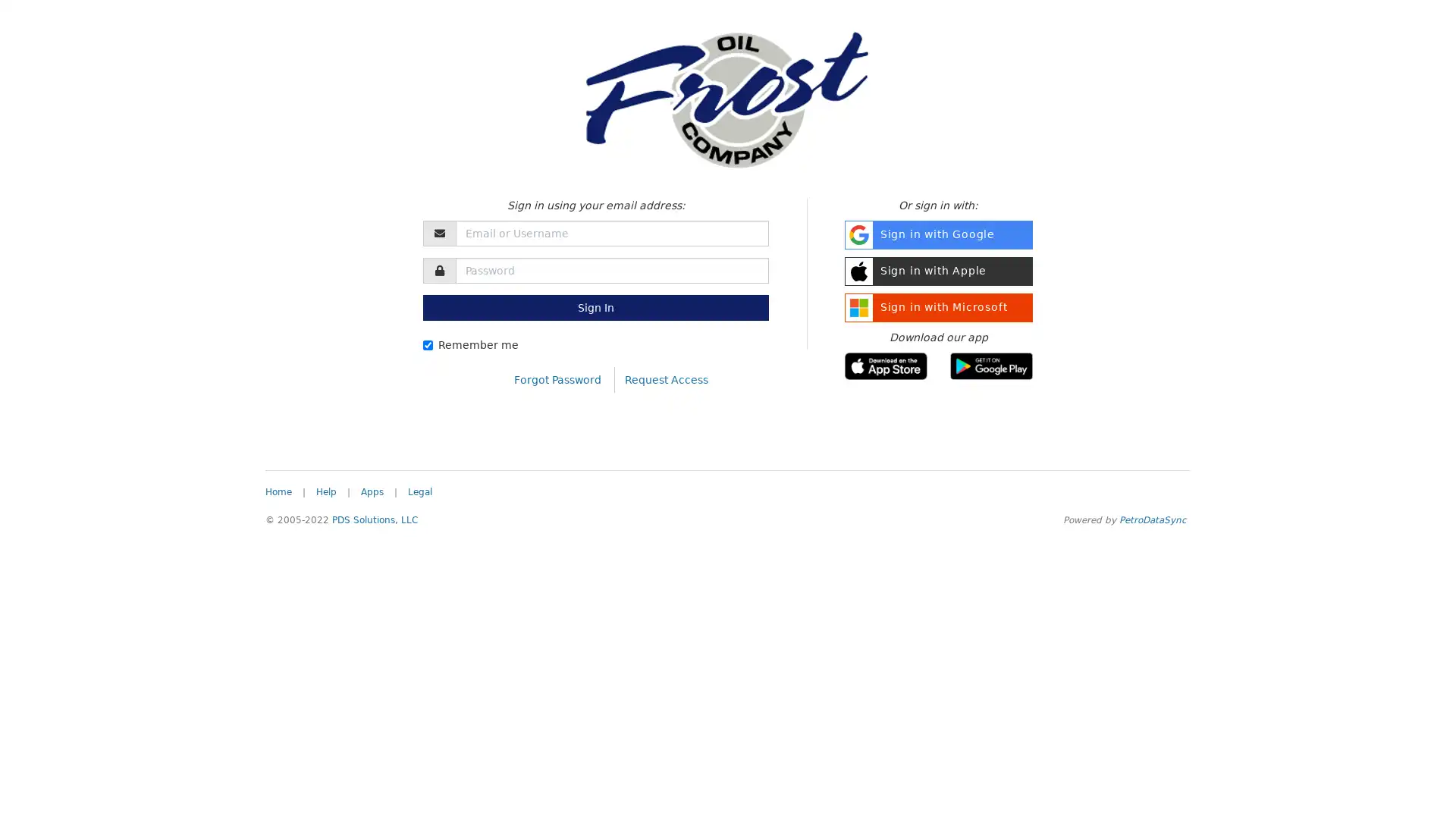  I want to click on Forgot Password, so click(556, 378).